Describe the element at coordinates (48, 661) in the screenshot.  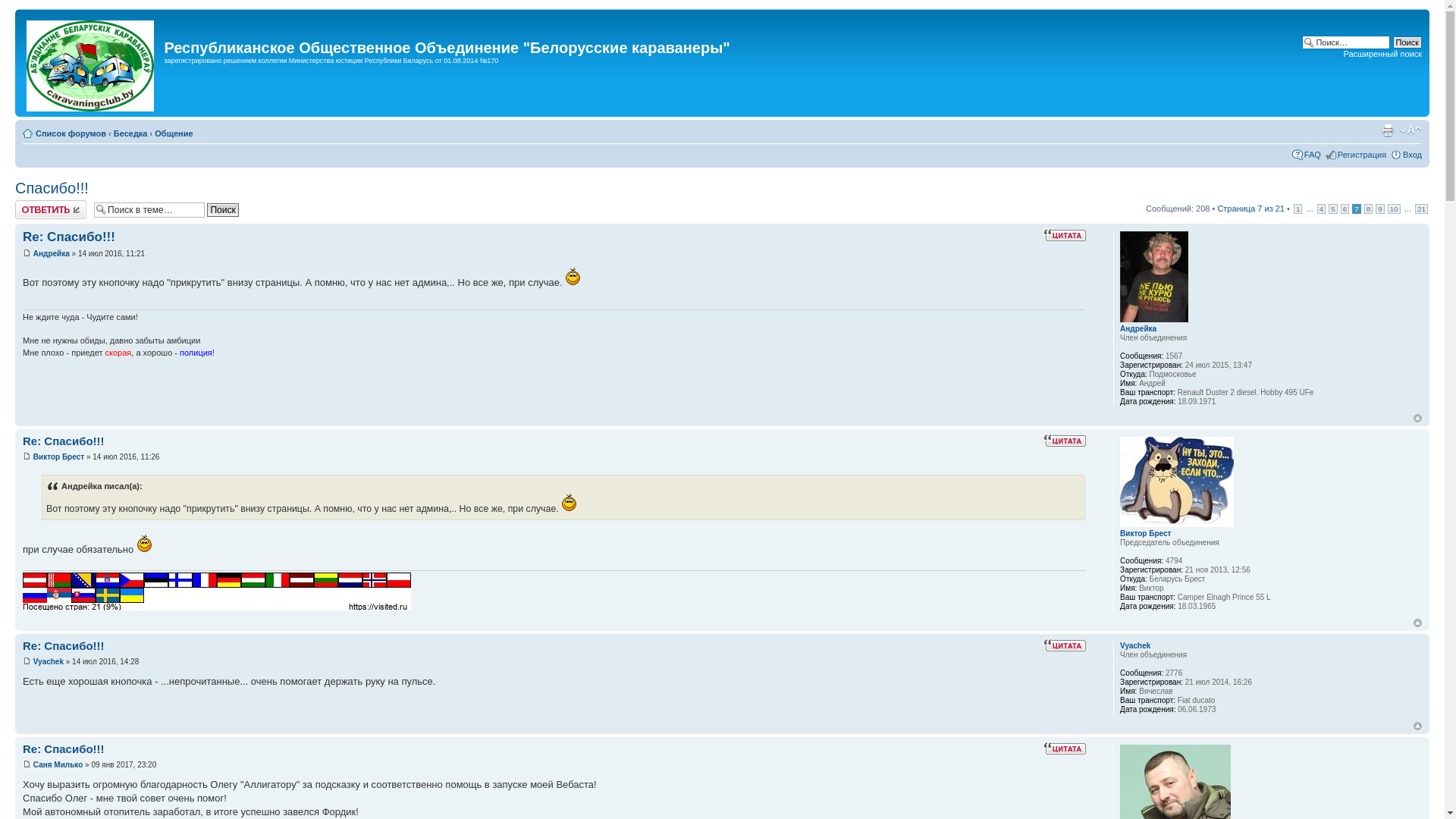
I see `'Vyachek'` at that location.